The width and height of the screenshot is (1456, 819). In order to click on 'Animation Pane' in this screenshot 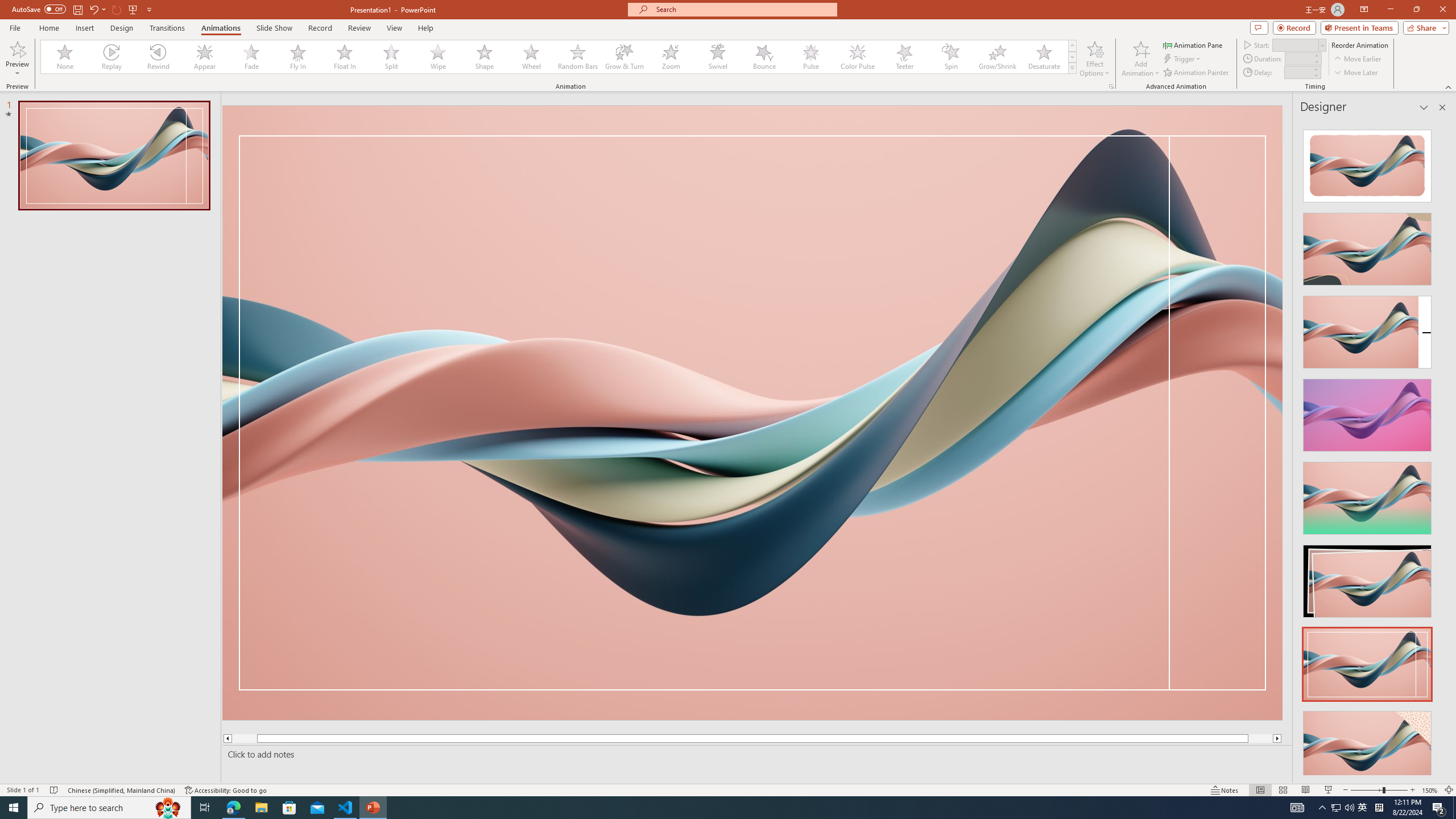, I will do `click(1194, 44)`.